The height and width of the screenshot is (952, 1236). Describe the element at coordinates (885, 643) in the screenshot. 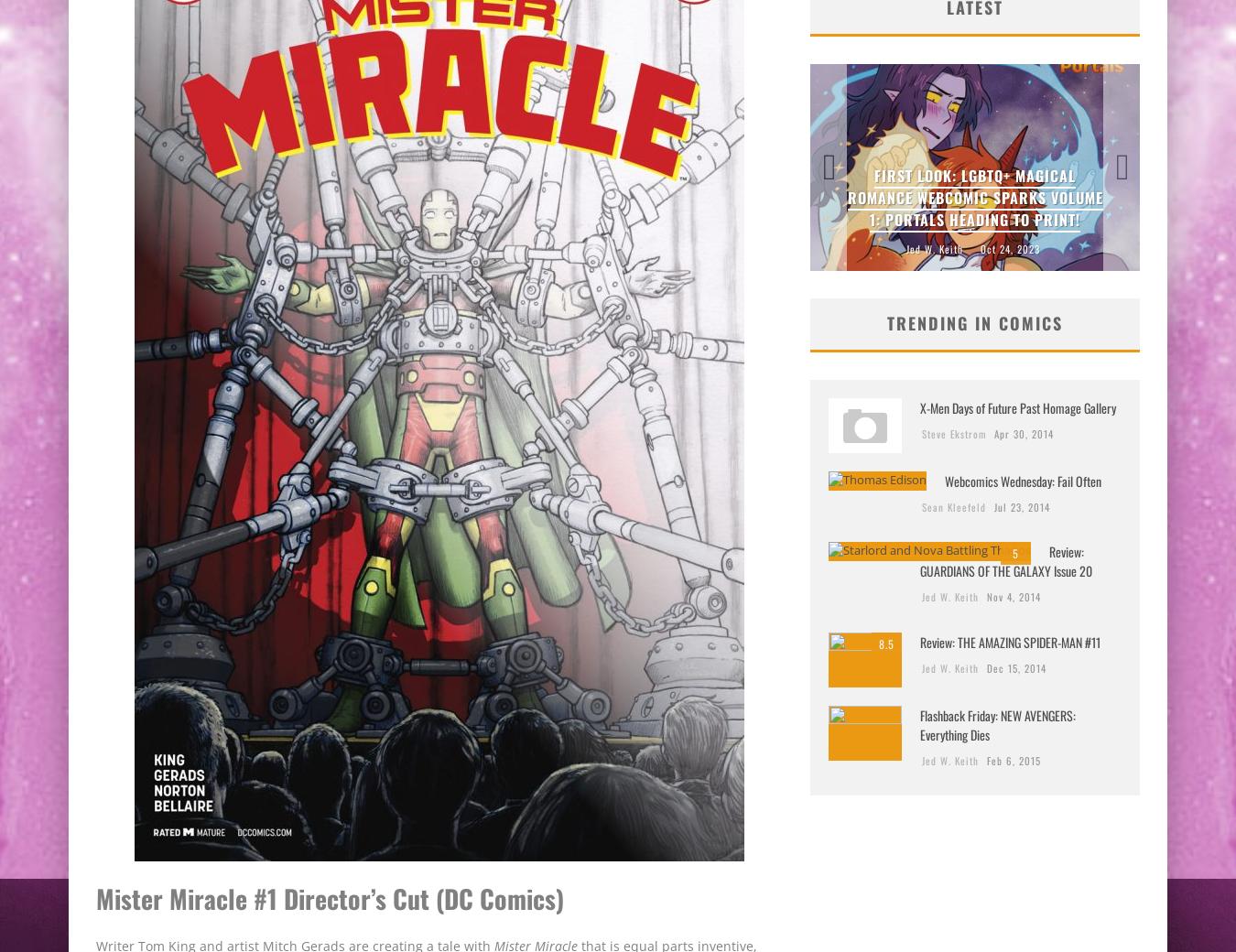

I see `'8.5'` at that location.